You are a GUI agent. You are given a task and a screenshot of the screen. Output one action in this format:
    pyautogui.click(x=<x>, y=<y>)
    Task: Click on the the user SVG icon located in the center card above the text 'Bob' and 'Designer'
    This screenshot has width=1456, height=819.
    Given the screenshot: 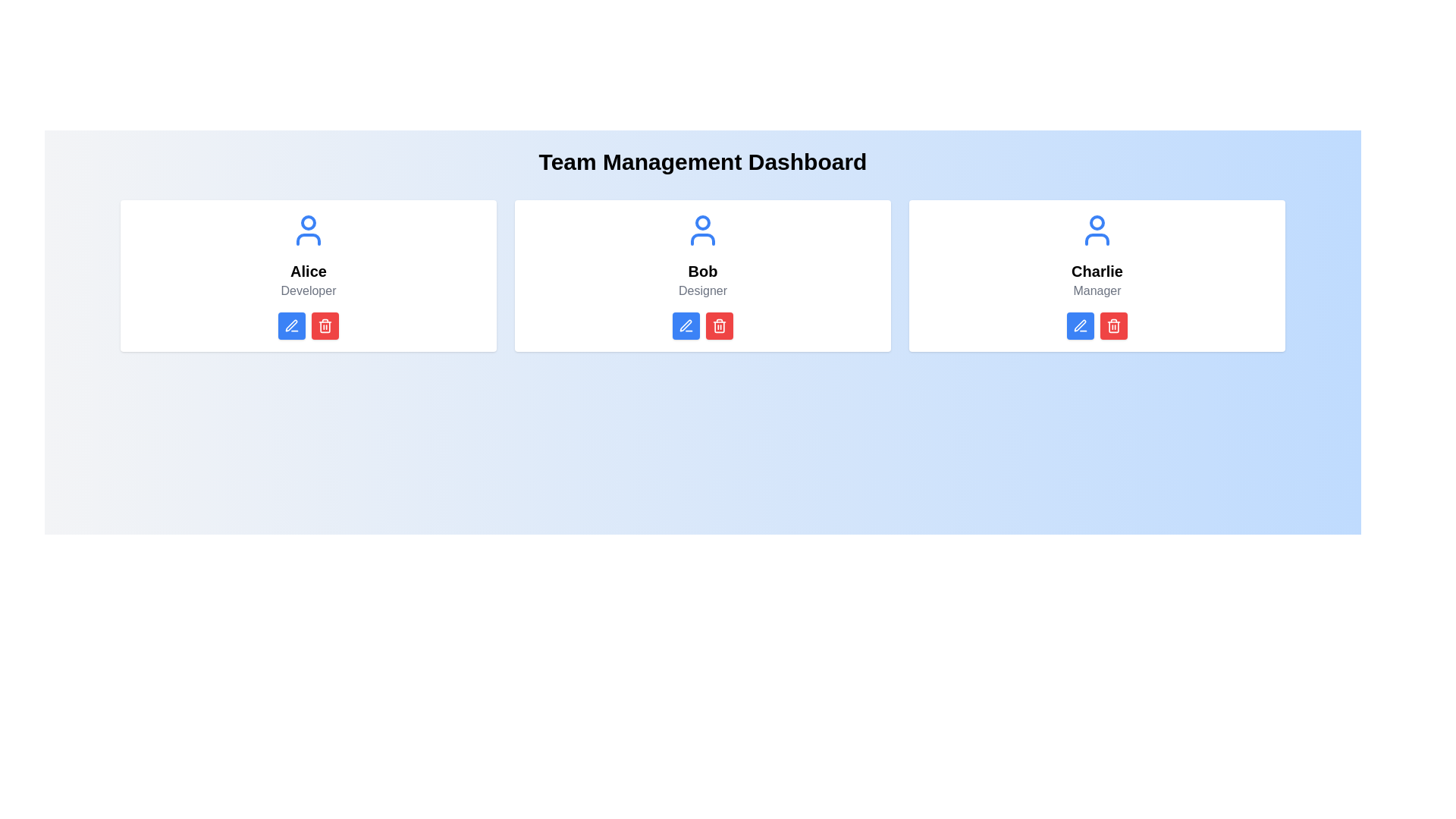 What is the action you would take?
    pyautogui.click(x=701, y=231)
    